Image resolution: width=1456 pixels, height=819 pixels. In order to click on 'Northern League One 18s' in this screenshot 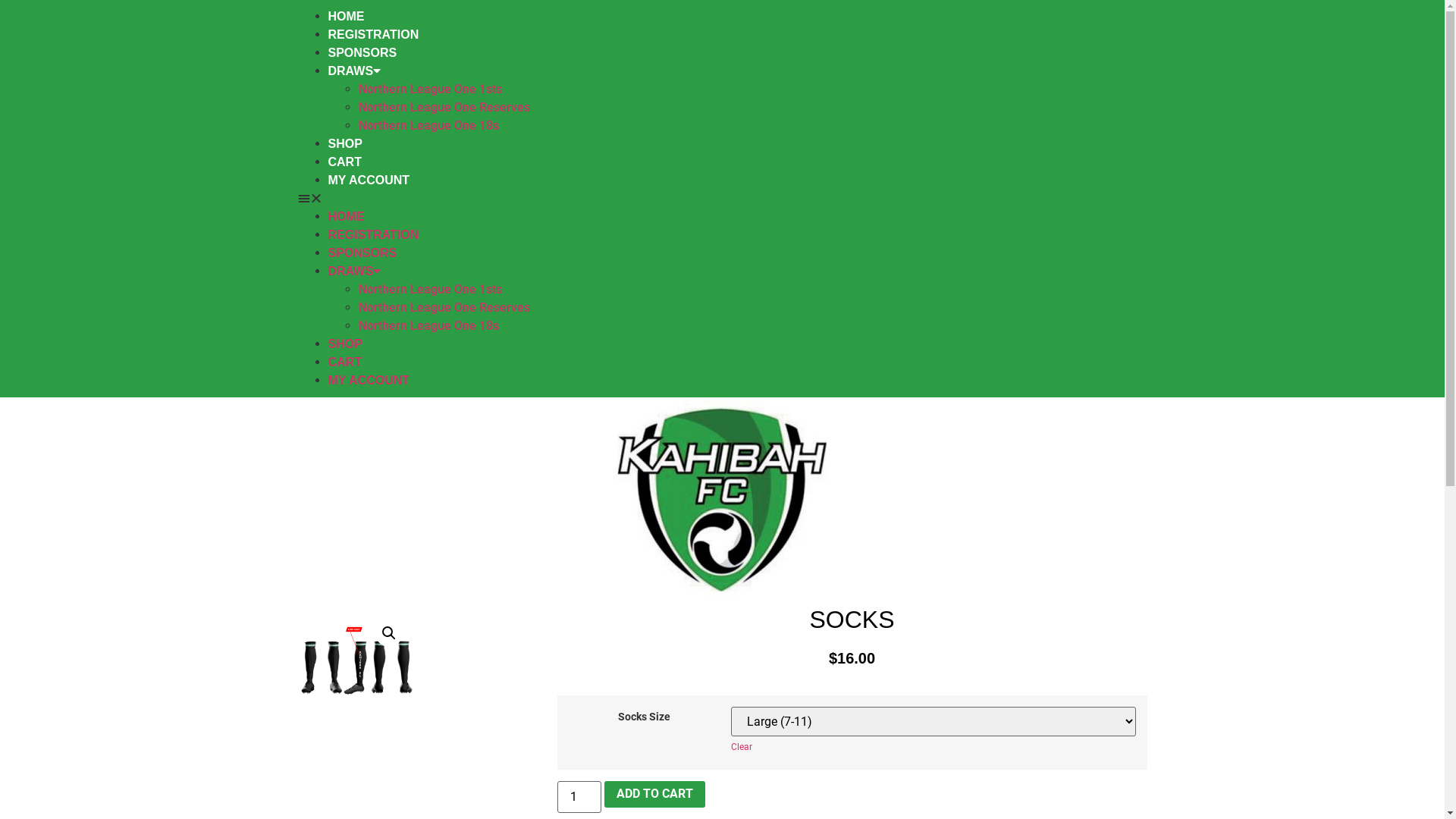, I will do `click(427, 124)`.